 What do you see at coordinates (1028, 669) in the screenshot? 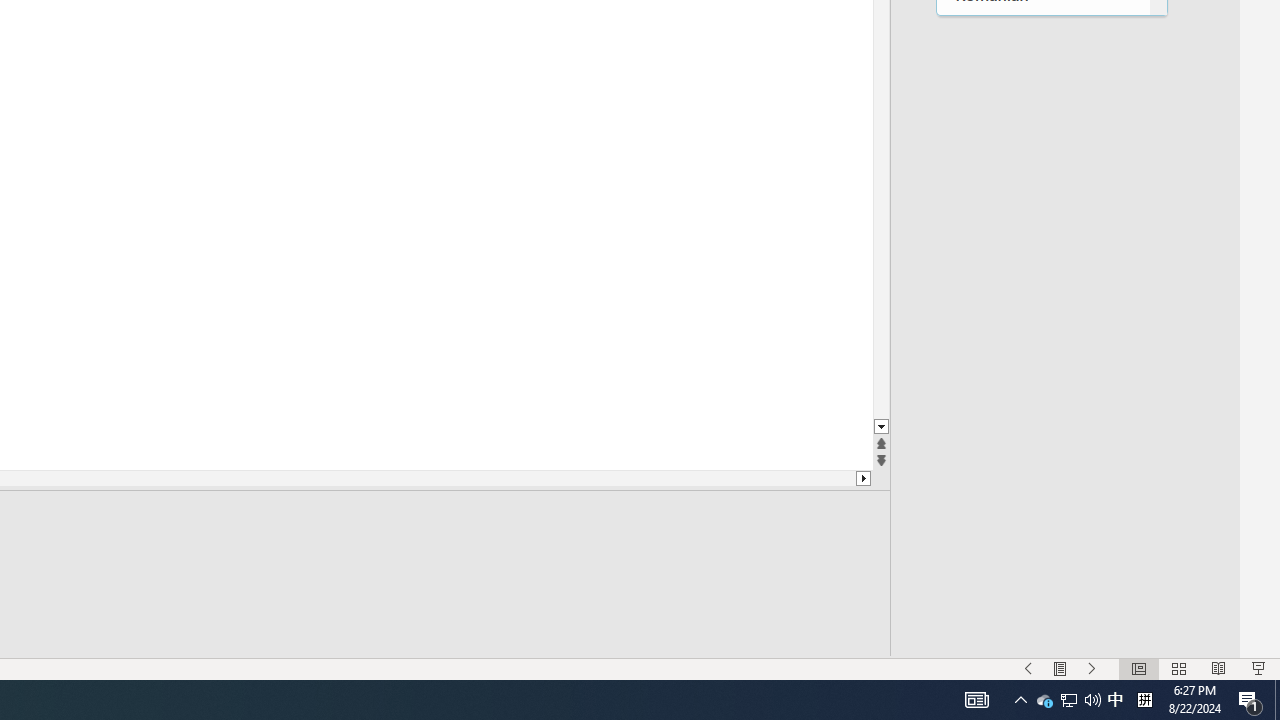
I see `'Slide Show Previous On'` at bounding box center [1028, 669].